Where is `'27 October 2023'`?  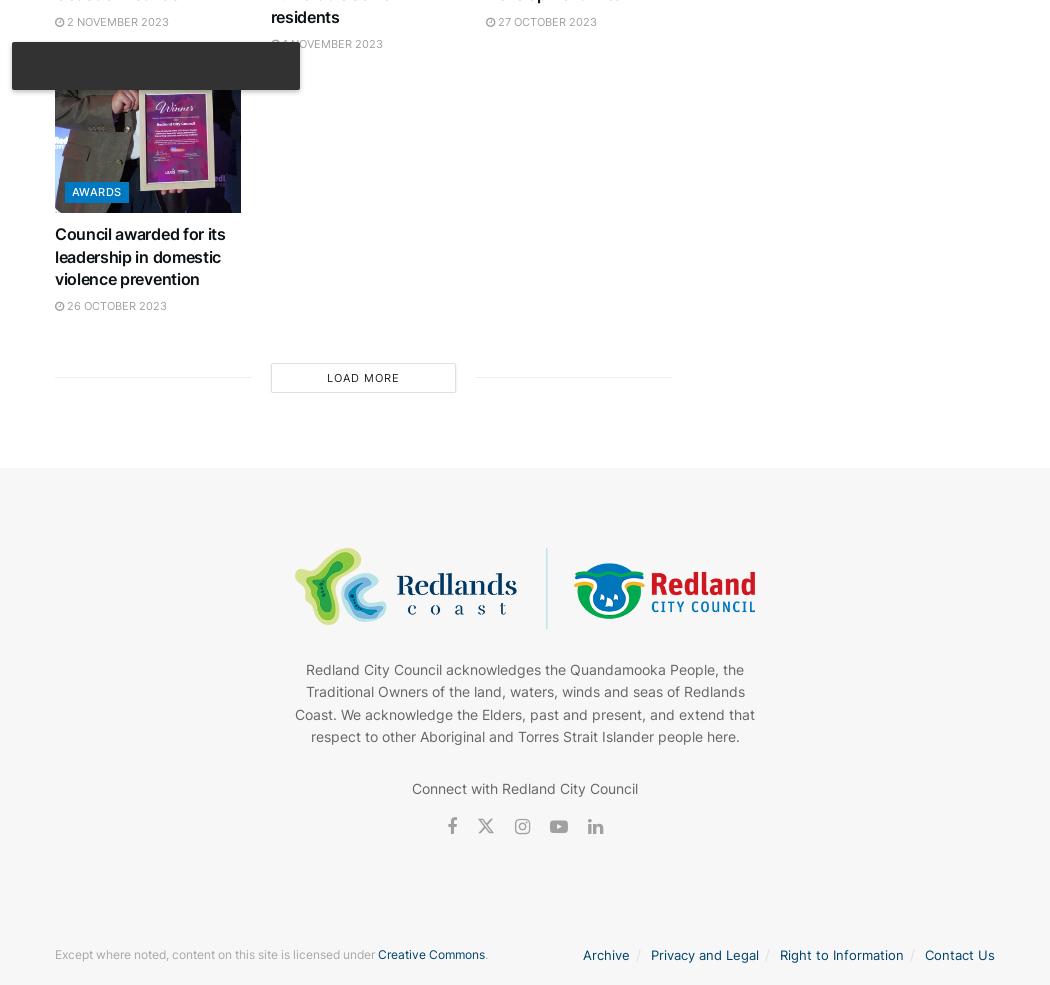 '27 October 2023' is located at coordinates (493, 19).